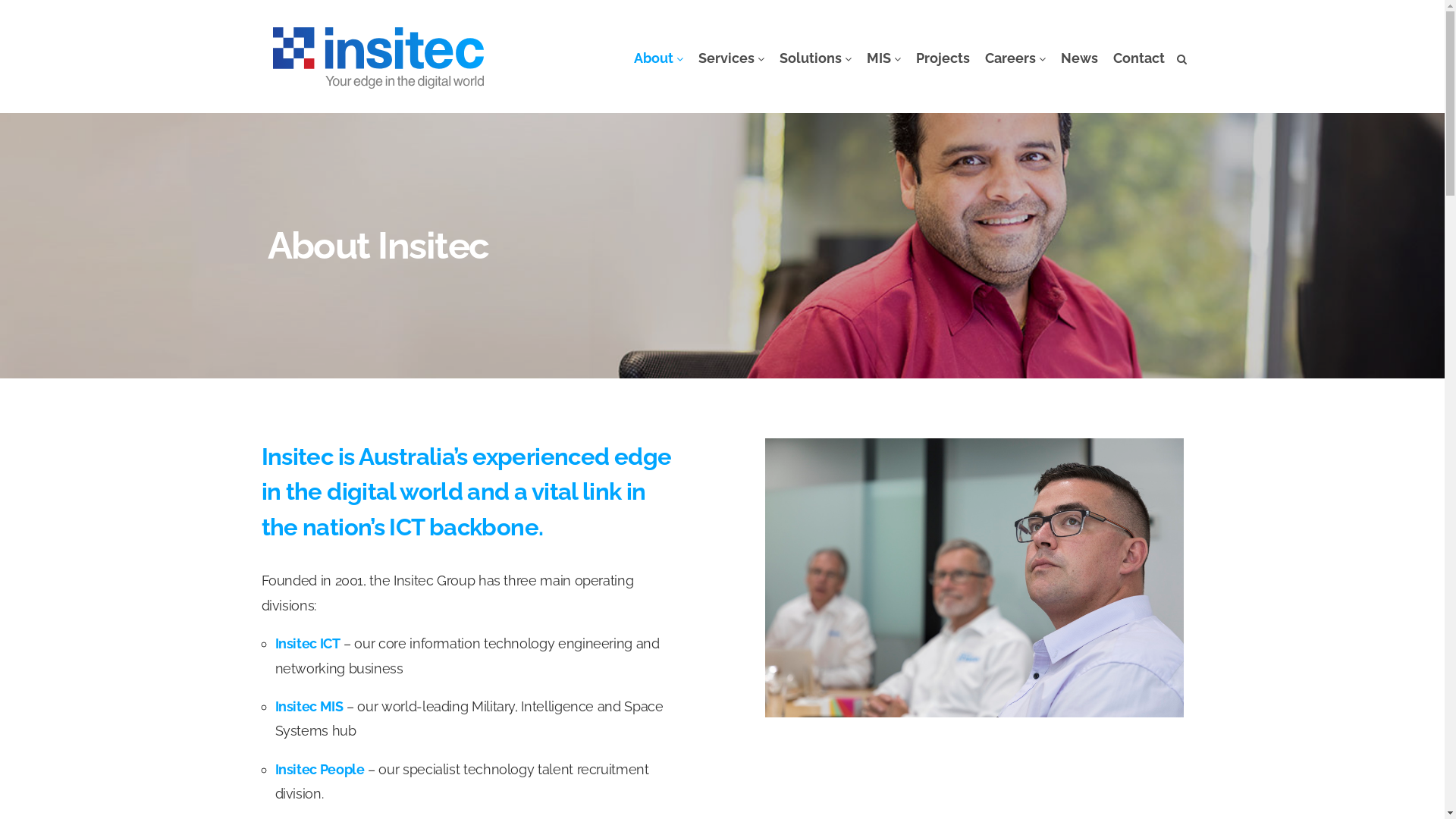 The image size is (1456, 819). Describe the element at coordinates (658, 58) in the screenshot. I see `'About'` at that location.